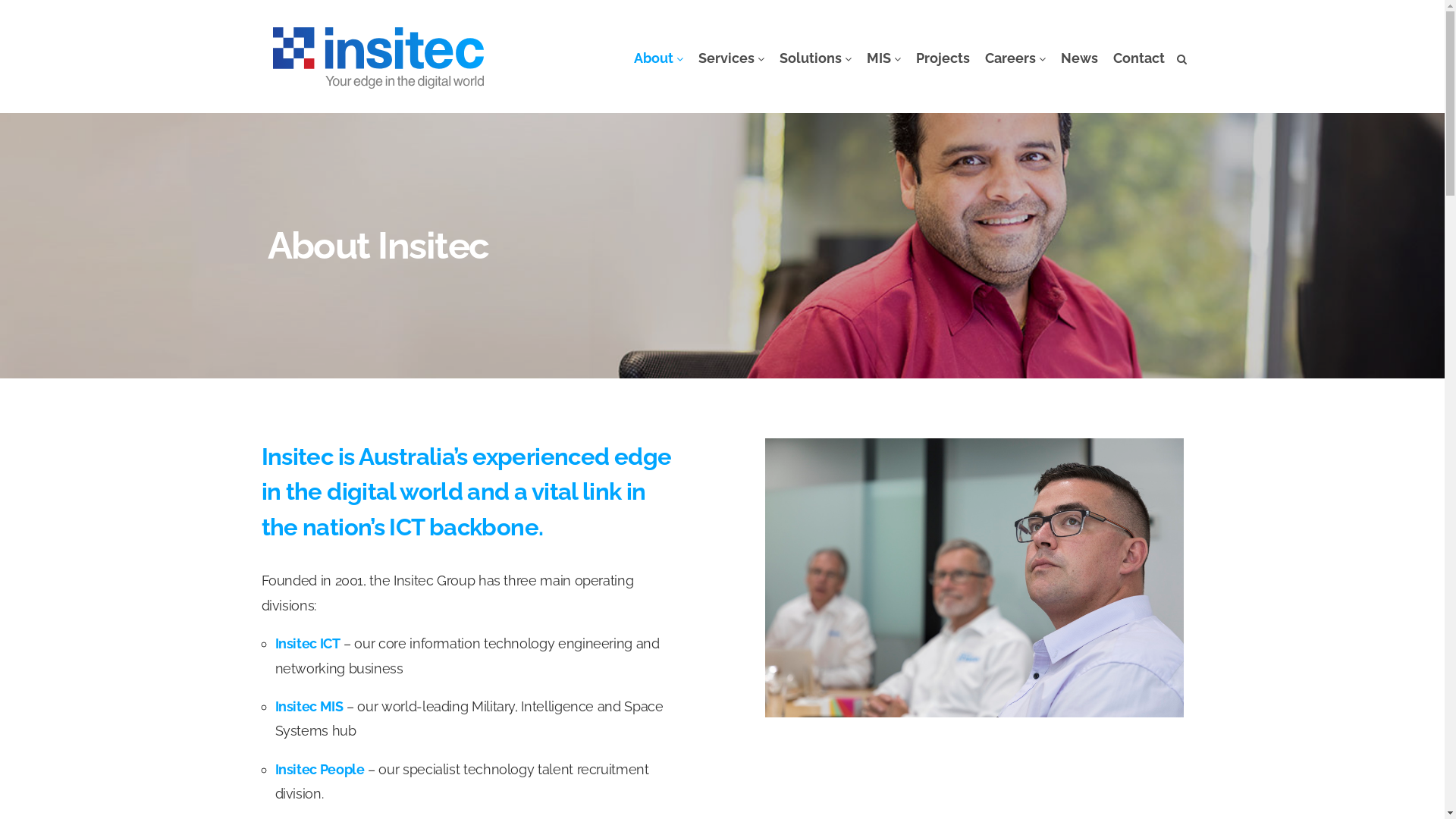 The image size is (1456, 819). Describe the element at coordinates (658, 58) in the screenshot. I see `'About'` at that location.